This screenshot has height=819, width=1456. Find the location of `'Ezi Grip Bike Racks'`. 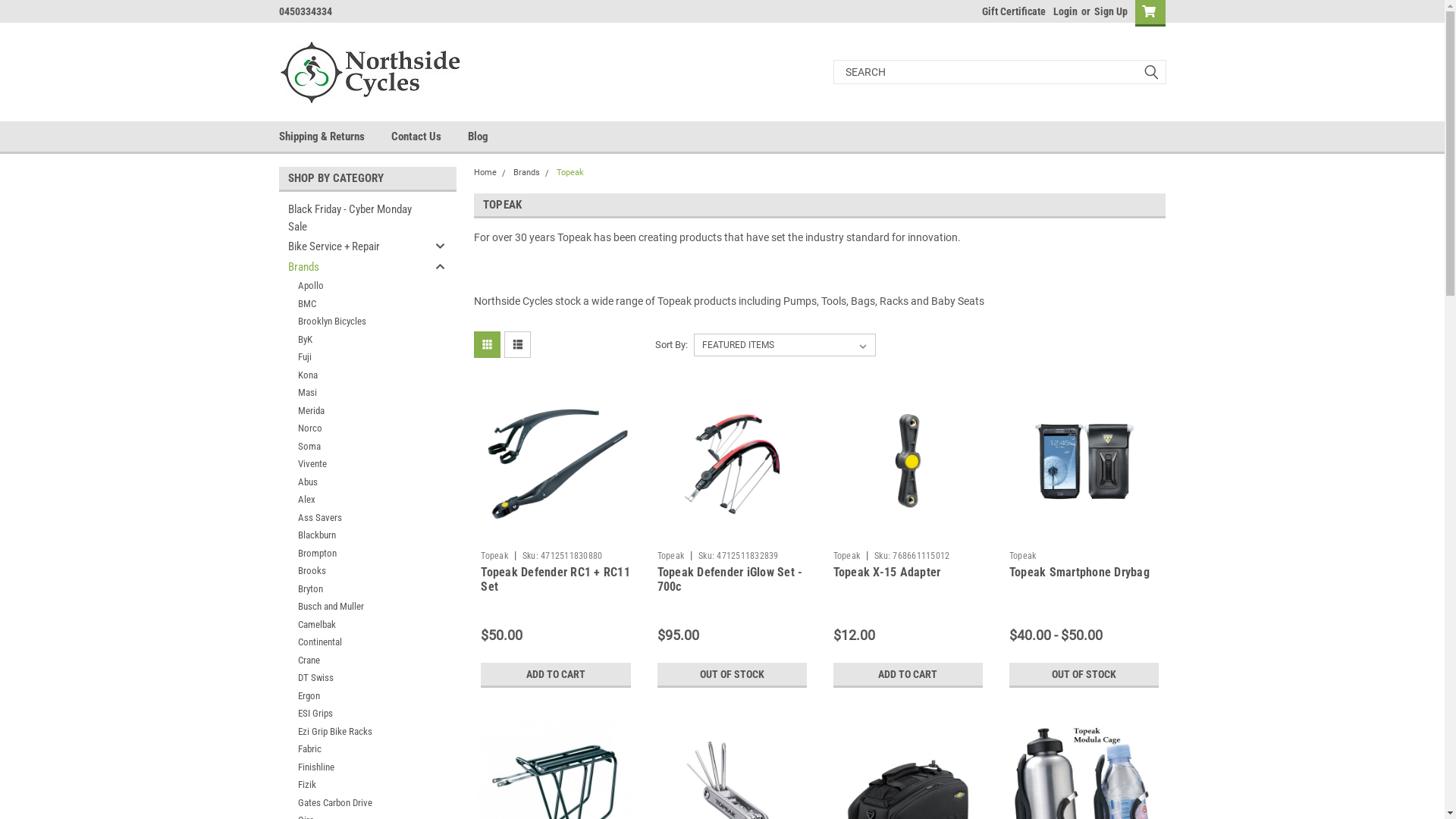

'Ezi Grip Bike Racks' is located at coordinates (353, 730).